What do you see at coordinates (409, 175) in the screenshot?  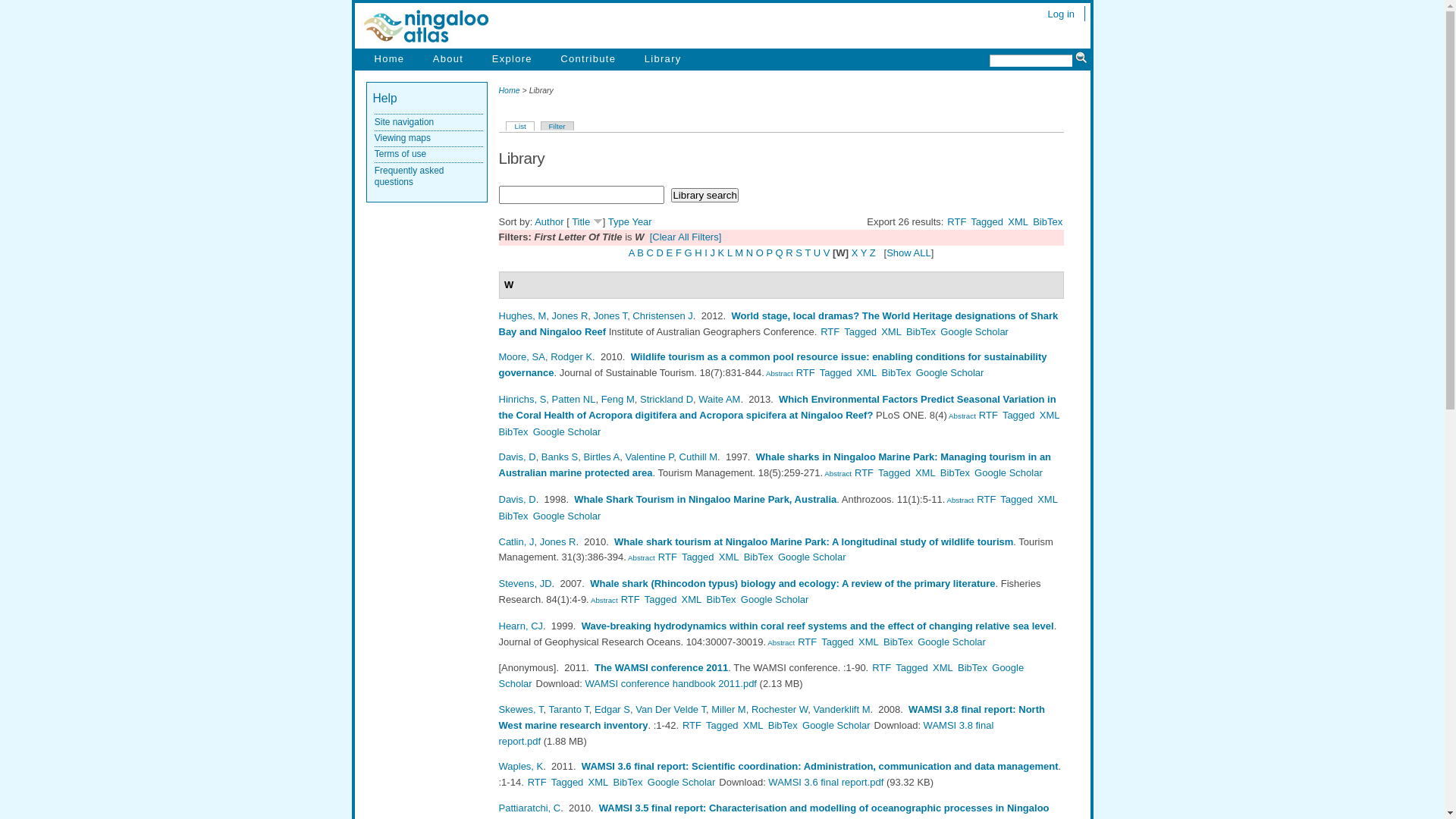 I see `'Frequently asked questions'` at bounding box center [409, 175].